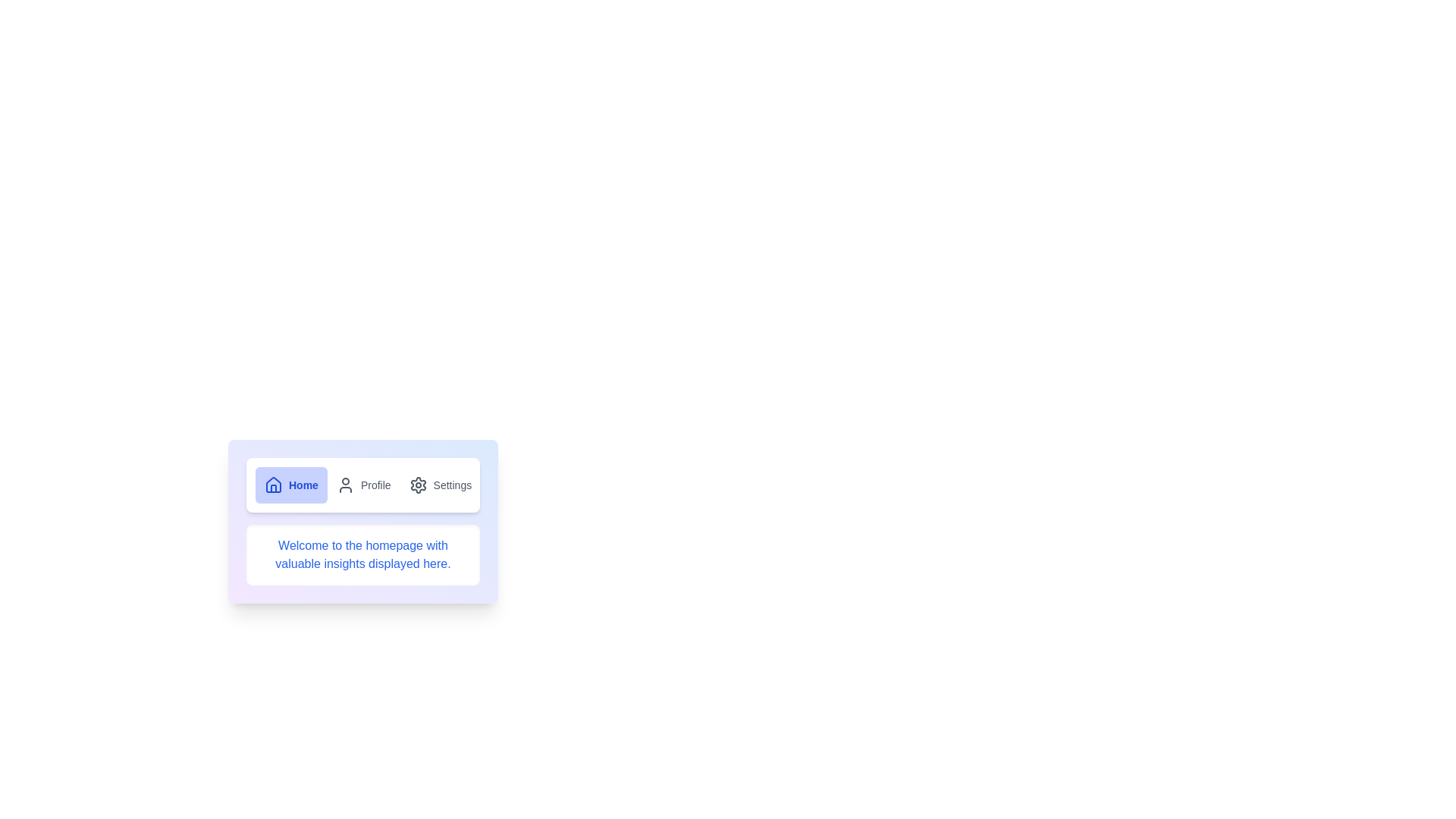  I want to click on the icon of the Home tab, so click(273, 485).